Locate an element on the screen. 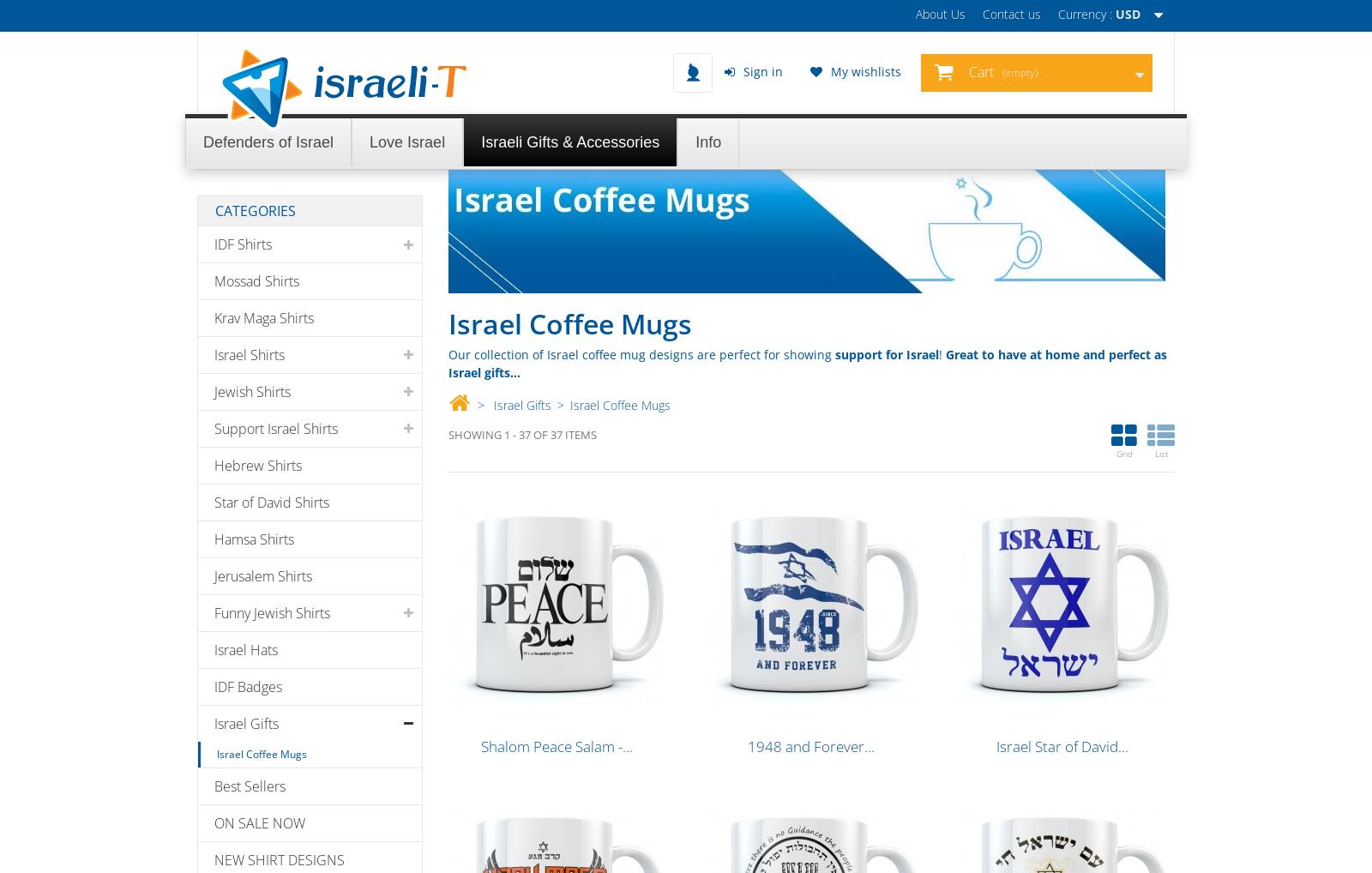 Image resolution: width=1372 pixels, height=873 pixels. 'NEW SHIRT DESIGNS' is located at coordinates (214, 860).